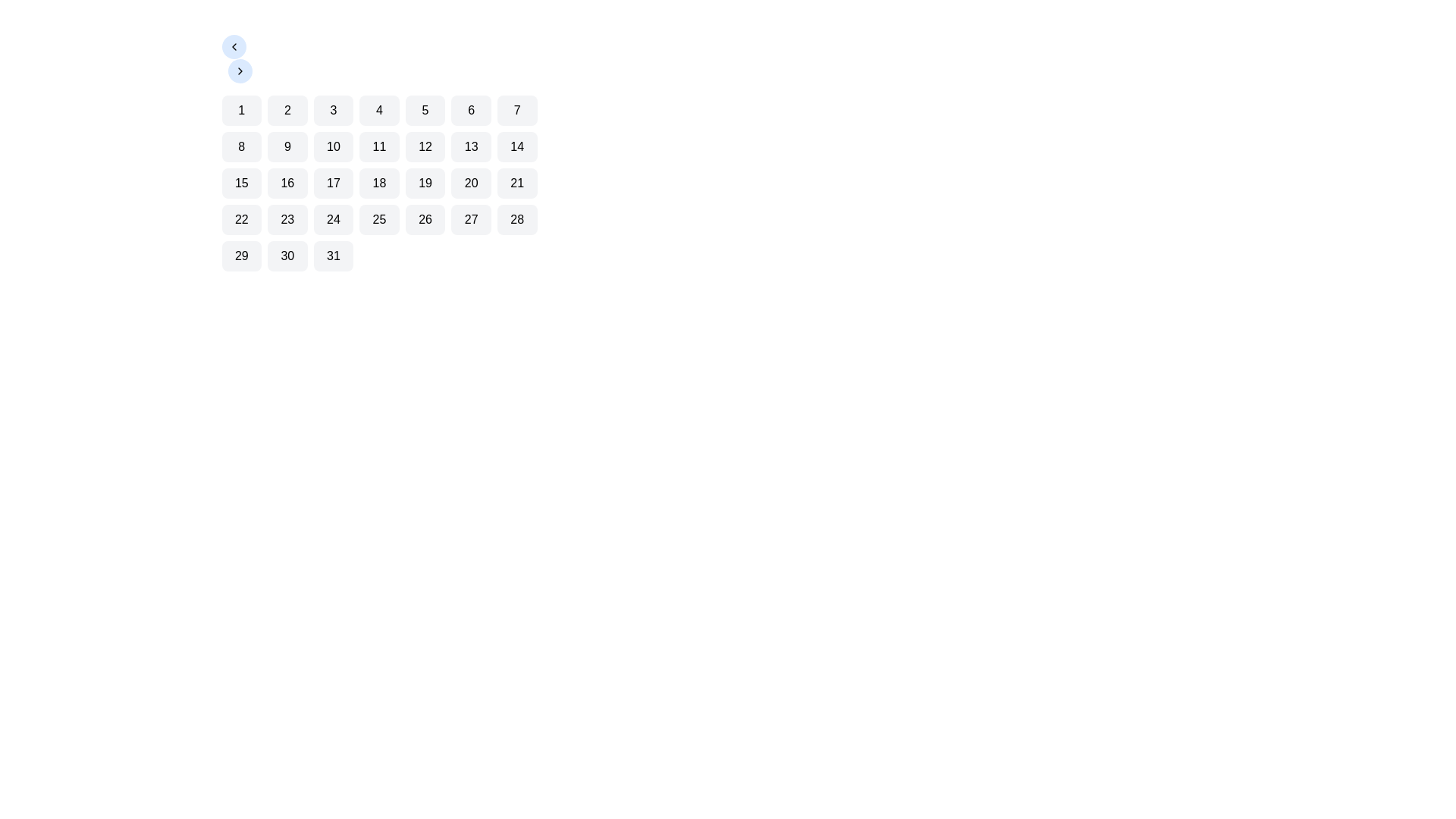 This screenshot has height=819, width=1456. What do you see at coordinates (239, 71) in the screenshot?
I see `the second navigation button located above the grid of numbered cells` at bounding box center [239, 71].